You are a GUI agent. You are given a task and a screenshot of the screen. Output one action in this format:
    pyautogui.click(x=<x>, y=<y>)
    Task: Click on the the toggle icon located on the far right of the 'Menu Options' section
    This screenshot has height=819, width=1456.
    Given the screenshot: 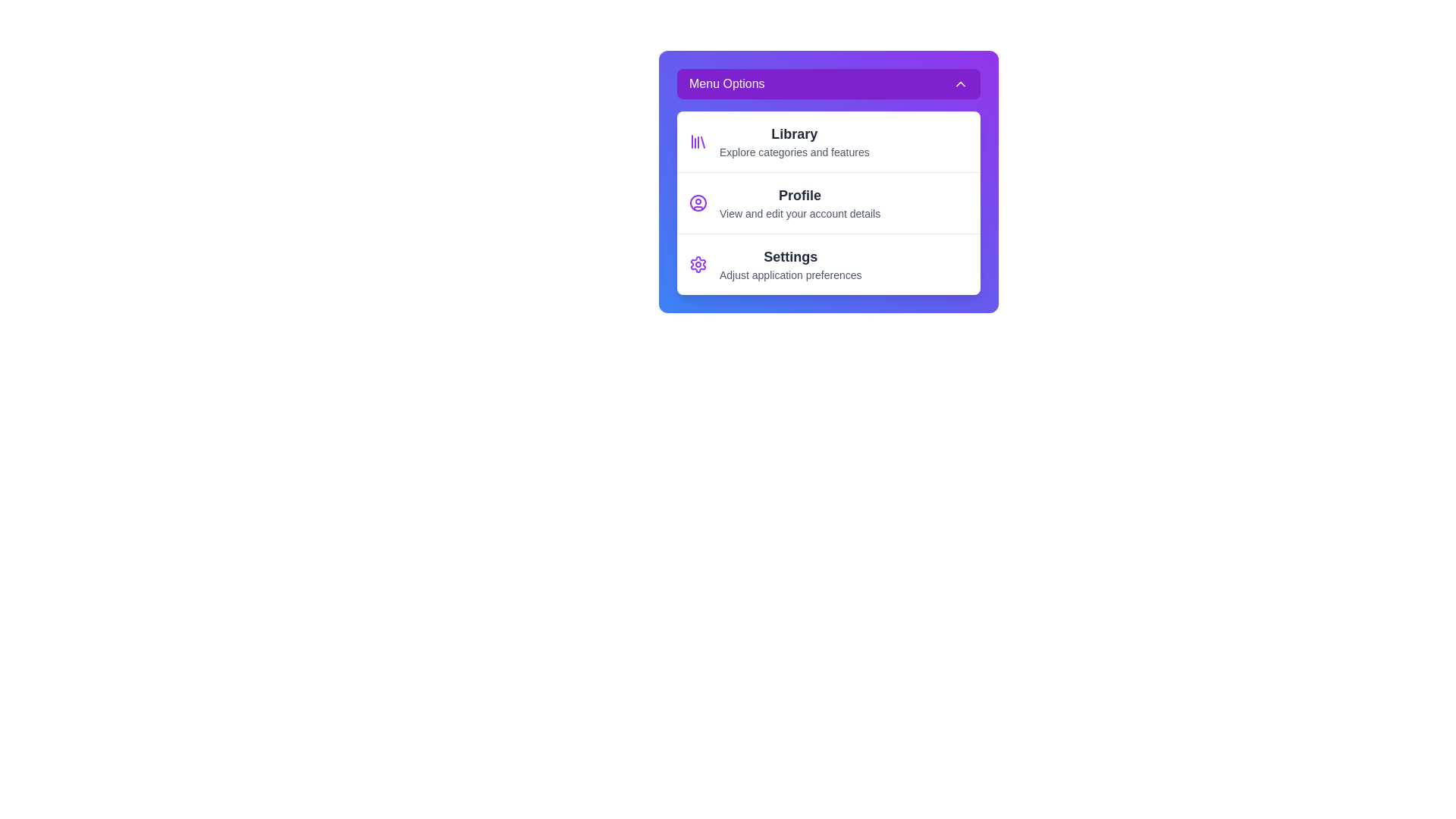 What is the action you would take?
    pyautogui.click(x=960, y=84)
    